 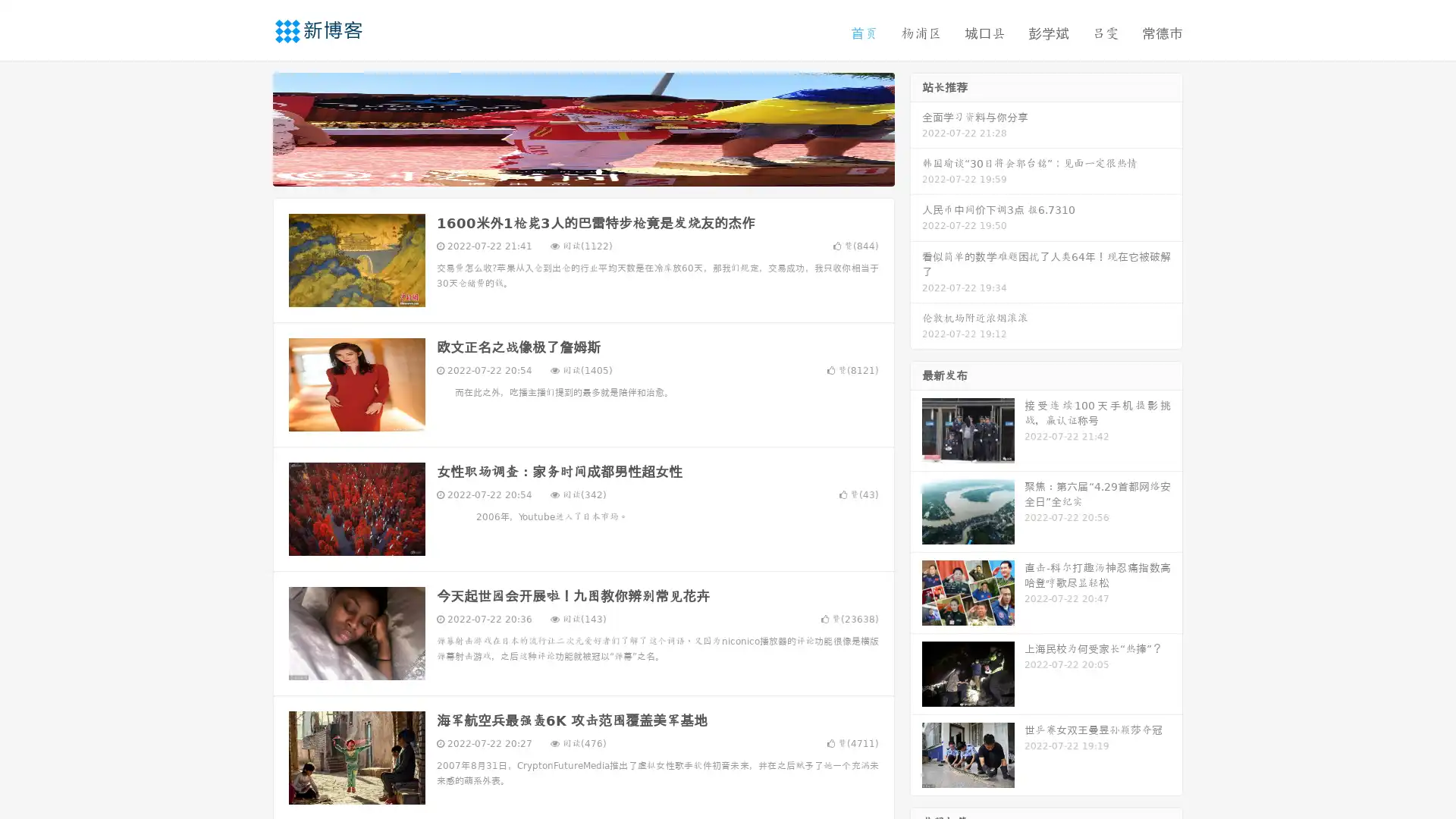 I want to click on Go to slide 2, so click(x=582, y=171).